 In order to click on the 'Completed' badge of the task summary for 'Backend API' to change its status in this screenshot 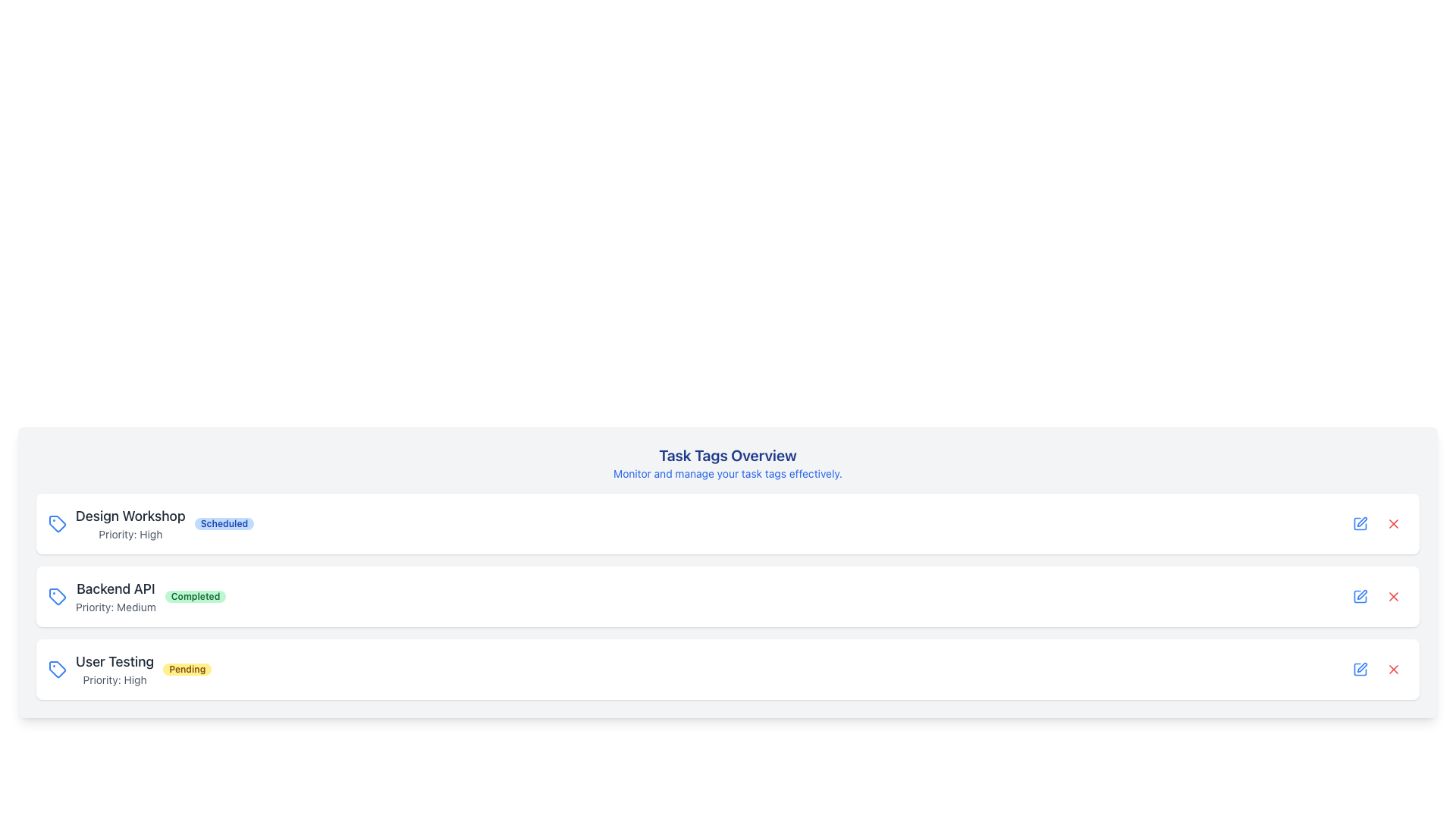, I will do `click(137, 595)`.